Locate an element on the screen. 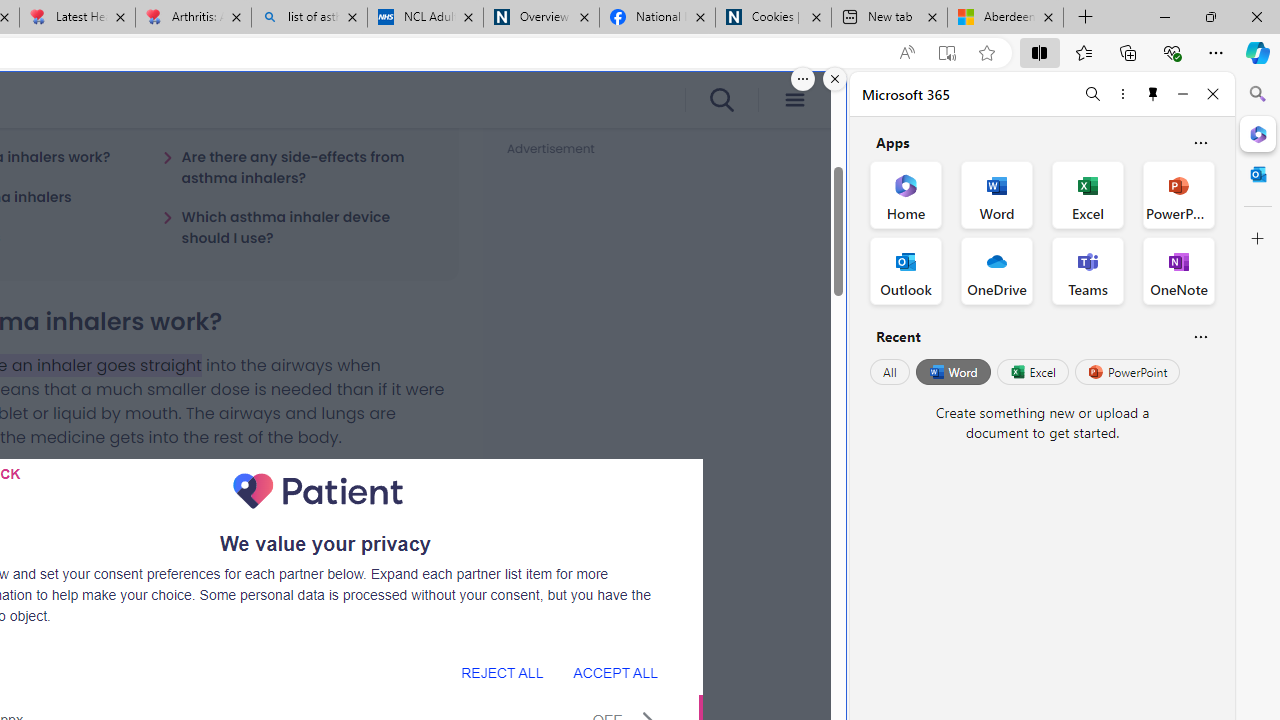 This screenshot has height=720, width=1280. 'Are there any side-effects from asthma inhalers?' is located at coordinates (297, 166).